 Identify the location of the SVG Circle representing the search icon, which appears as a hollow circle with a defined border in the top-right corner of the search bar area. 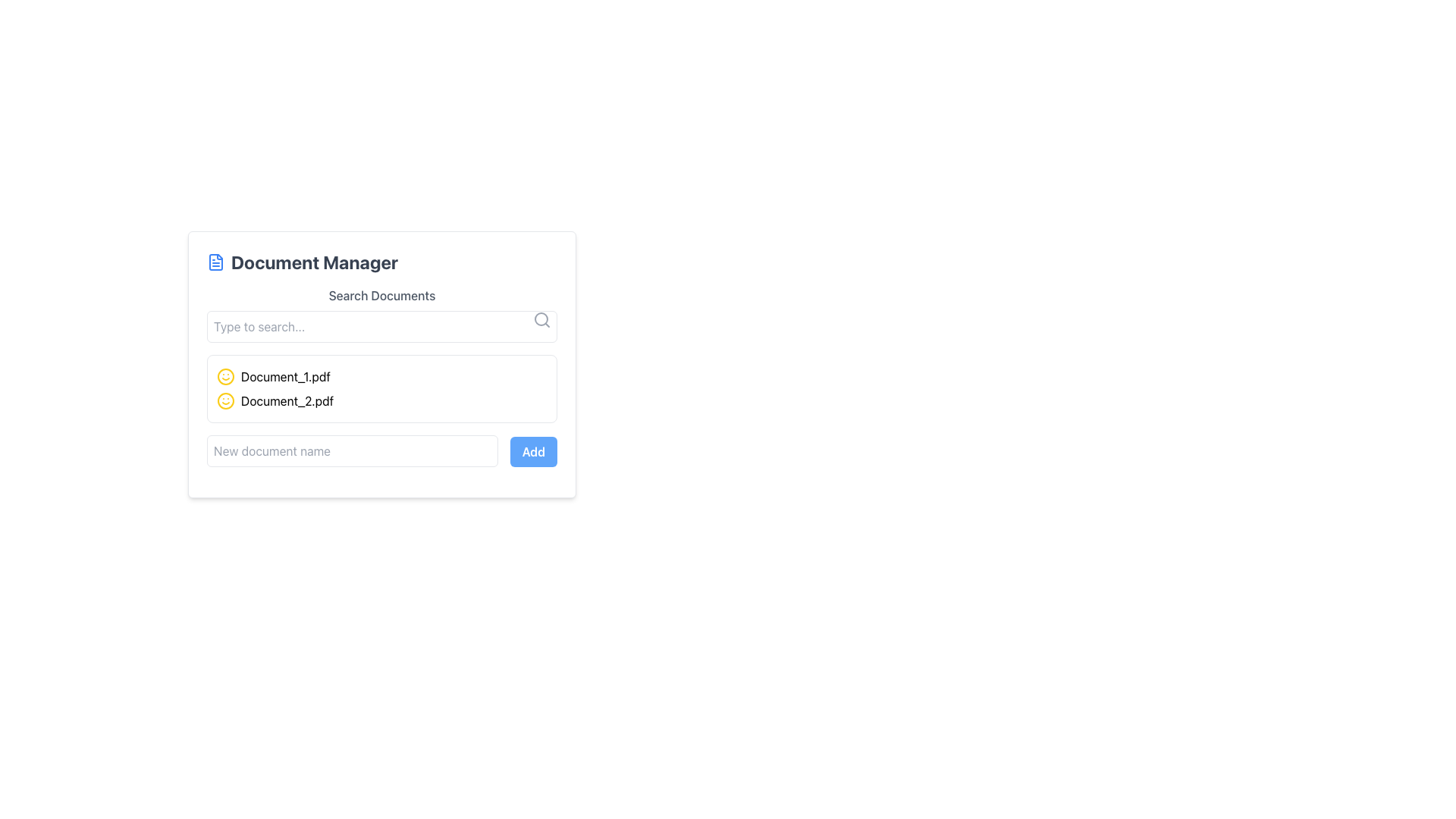
(541, 318).